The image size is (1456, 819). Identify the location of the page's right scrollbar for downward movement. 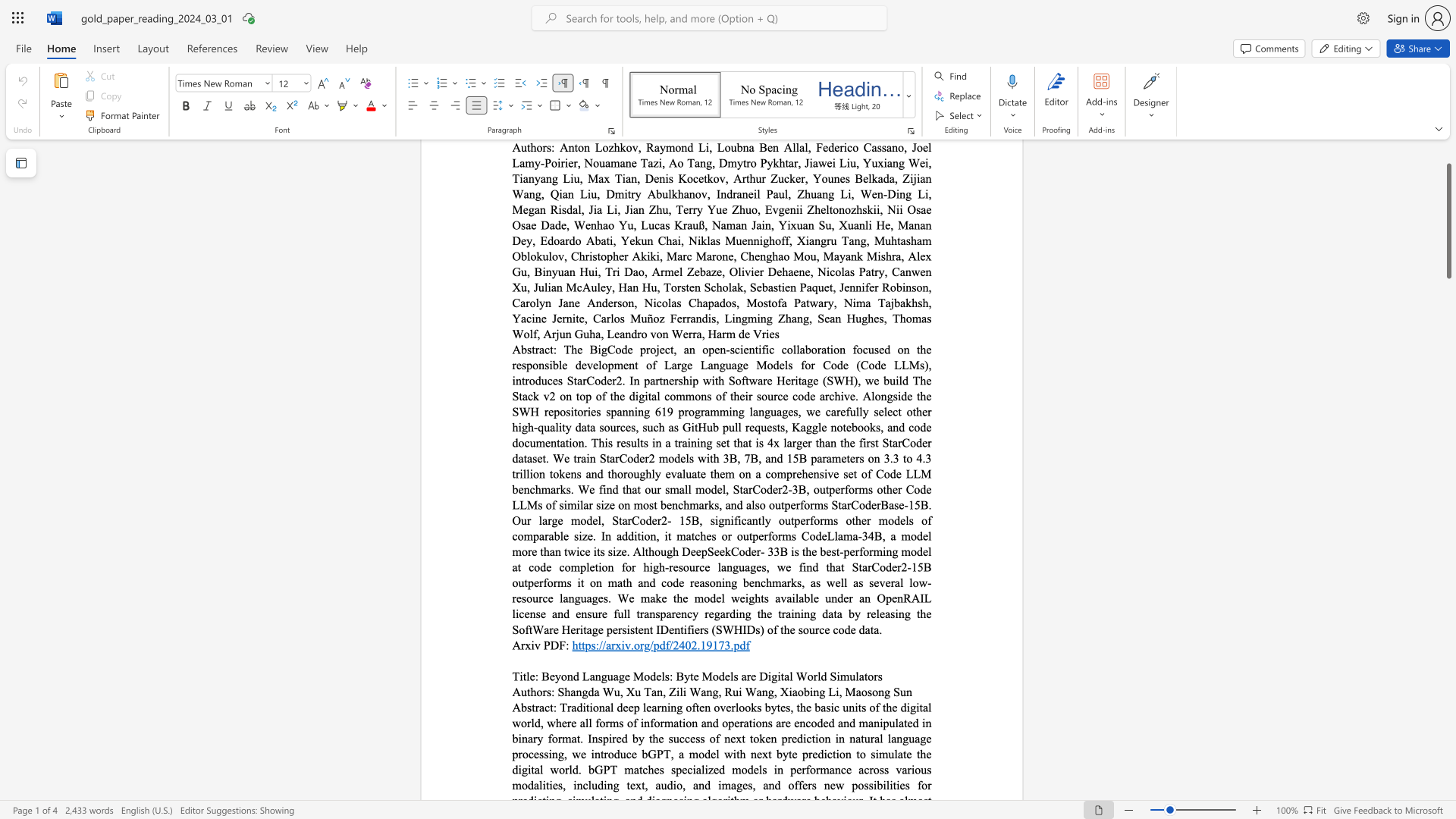
(1448, 439).